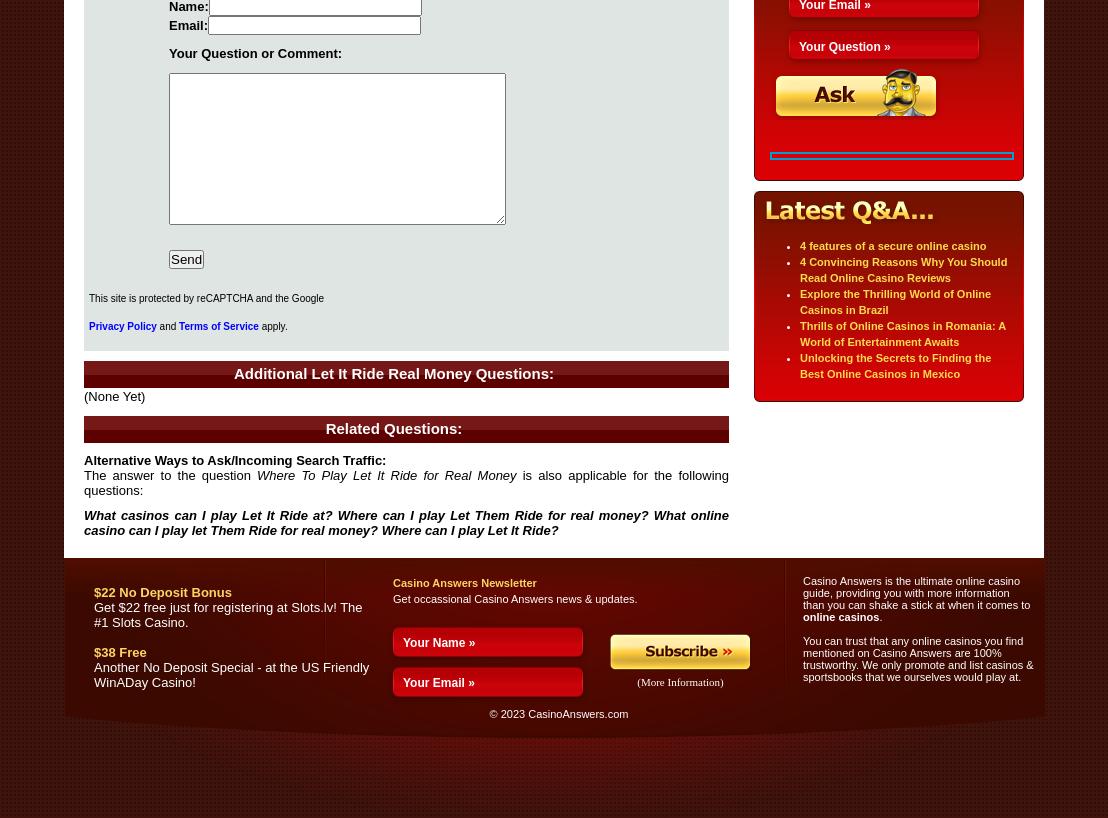 The width and height of the screenshot is (1108, 818). I want to click on 'Unlocking the Secrets to Finding the Best Online Casinos in Mexico', so click(894, 365).